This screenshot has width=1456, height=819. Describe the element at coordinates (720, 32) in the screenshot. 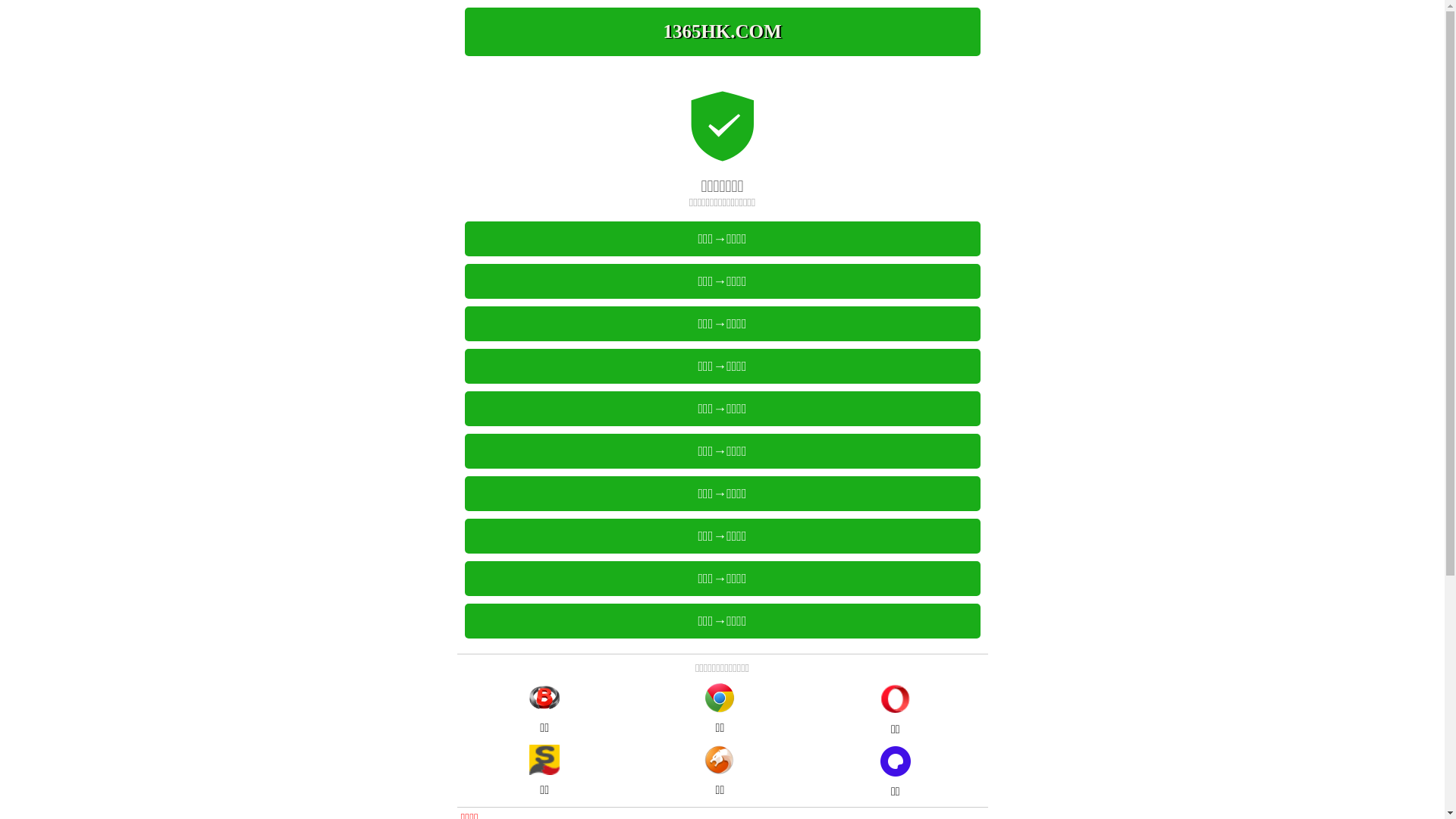

I see `'1365HK.COM'` at that location.